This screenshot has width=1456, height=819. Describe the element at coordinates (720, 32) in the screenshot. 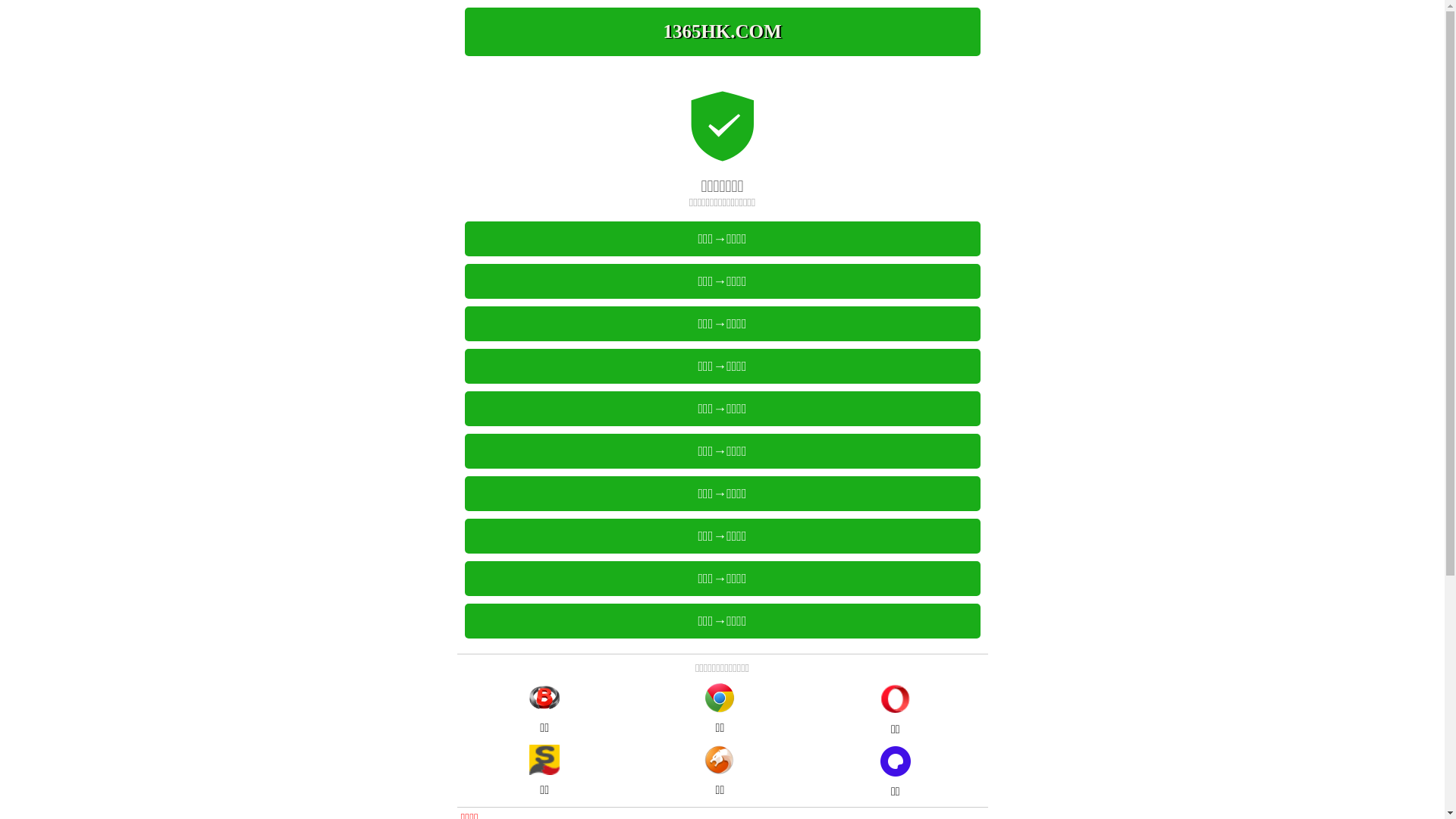

I see `'1365HK.COM'` at that location.